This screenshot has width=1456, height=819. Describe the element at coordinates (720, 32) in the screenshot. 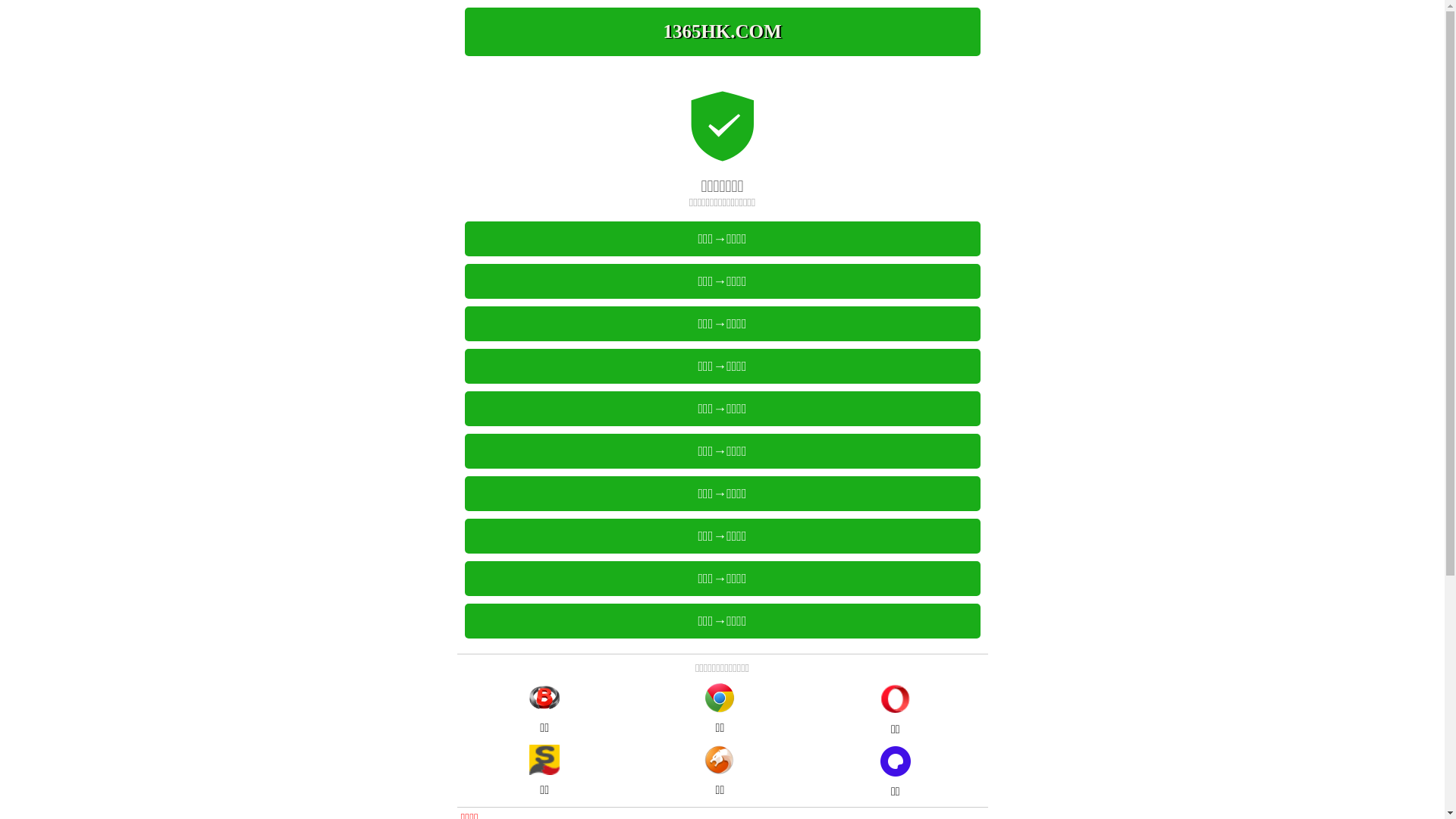

I see `'1365HK.COM'` at that location.